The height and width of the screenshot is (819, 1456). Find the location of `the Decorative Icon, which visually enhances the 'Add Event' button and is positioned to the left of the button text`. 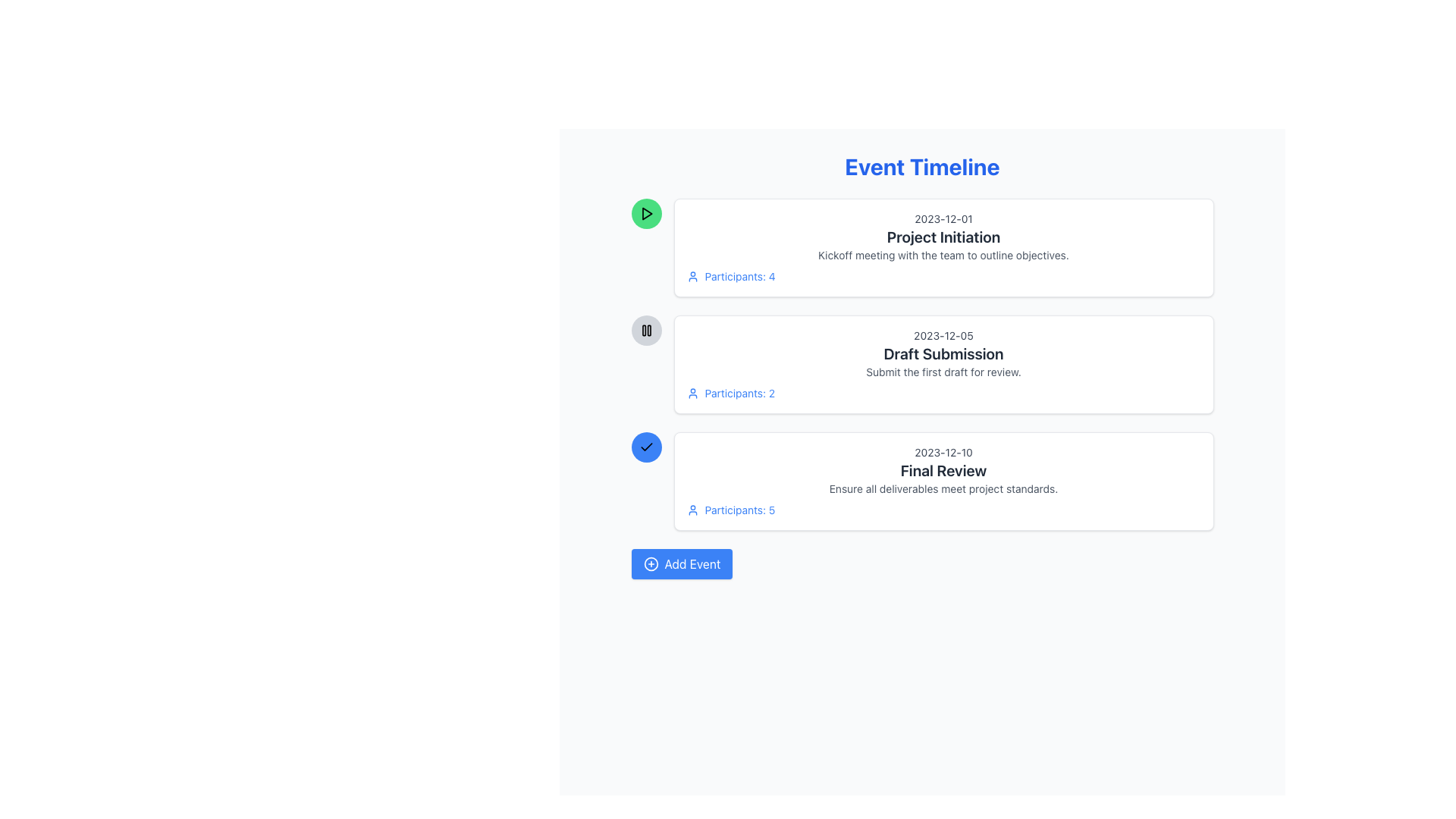

the Decorative Icon, which visually enhances the 'Add Event' button and is positioned to the left of the button text is located at coordinates (651, 564).